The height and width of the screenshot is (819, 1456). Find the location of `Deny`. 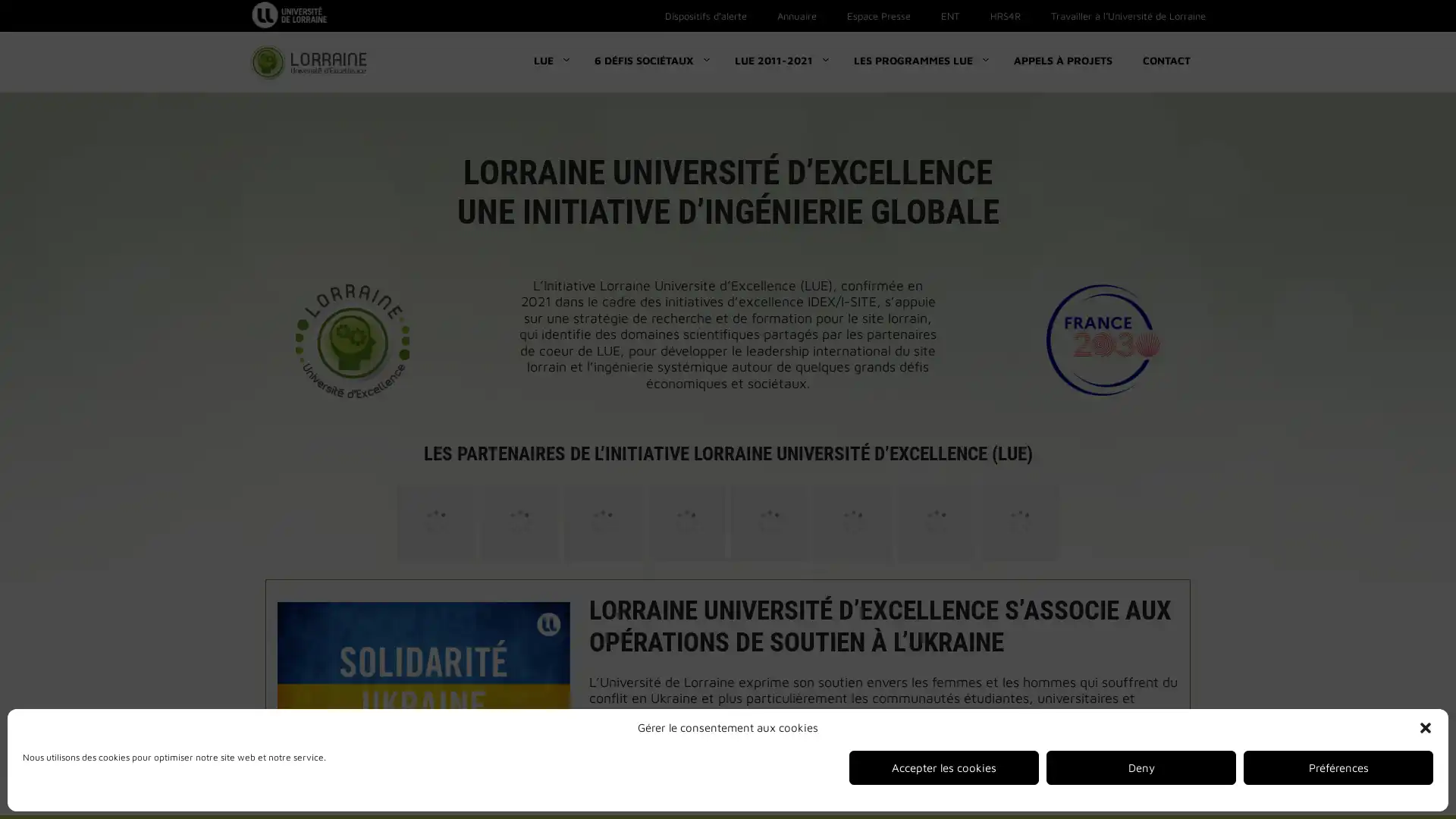

Deny is located at coordinates (1141, 767).